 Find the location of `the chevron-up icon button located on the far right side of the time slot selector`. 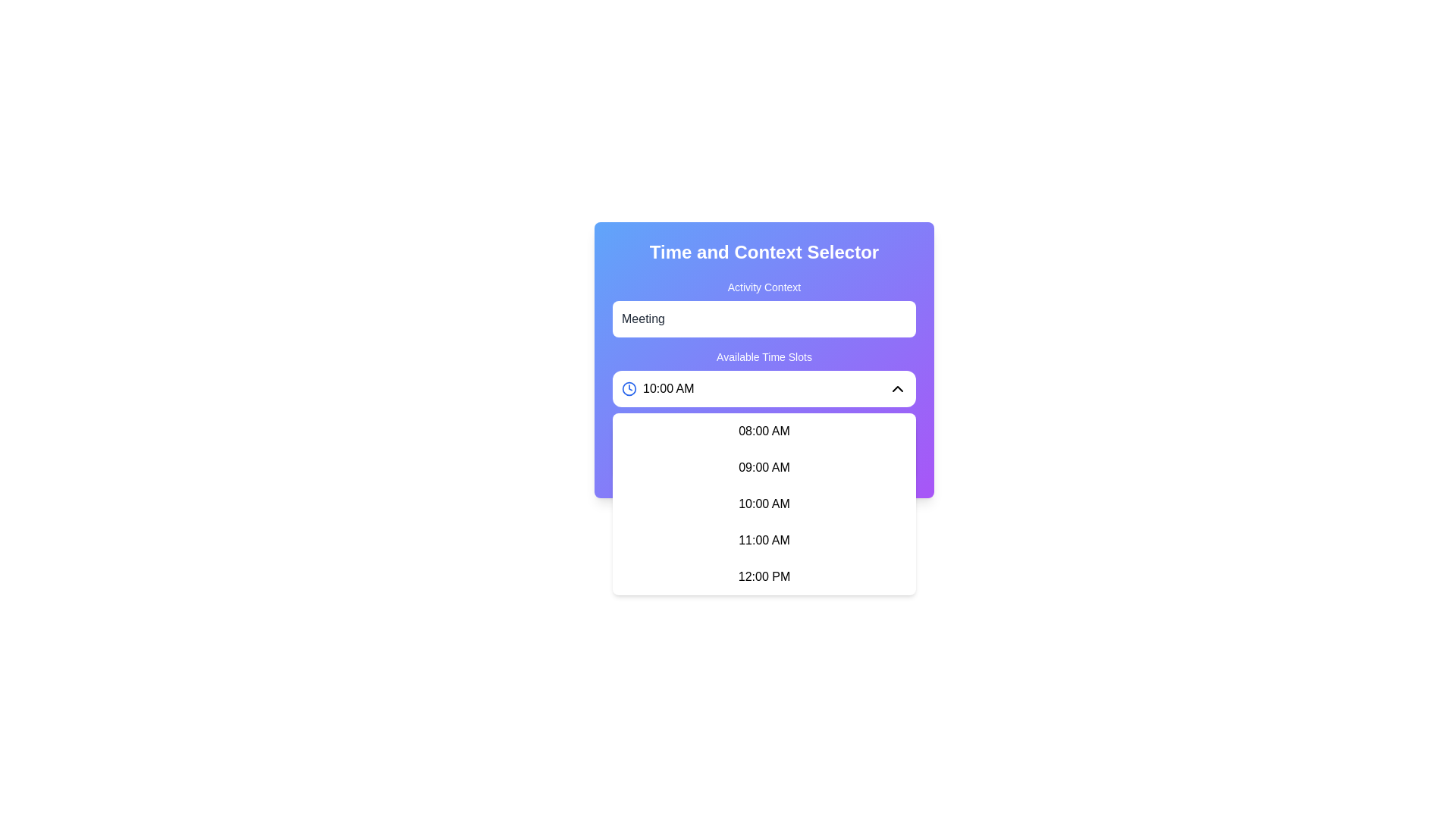

the chevron-up icon button located on the far right side of the time slot selector is located at coordinates (898, 388).